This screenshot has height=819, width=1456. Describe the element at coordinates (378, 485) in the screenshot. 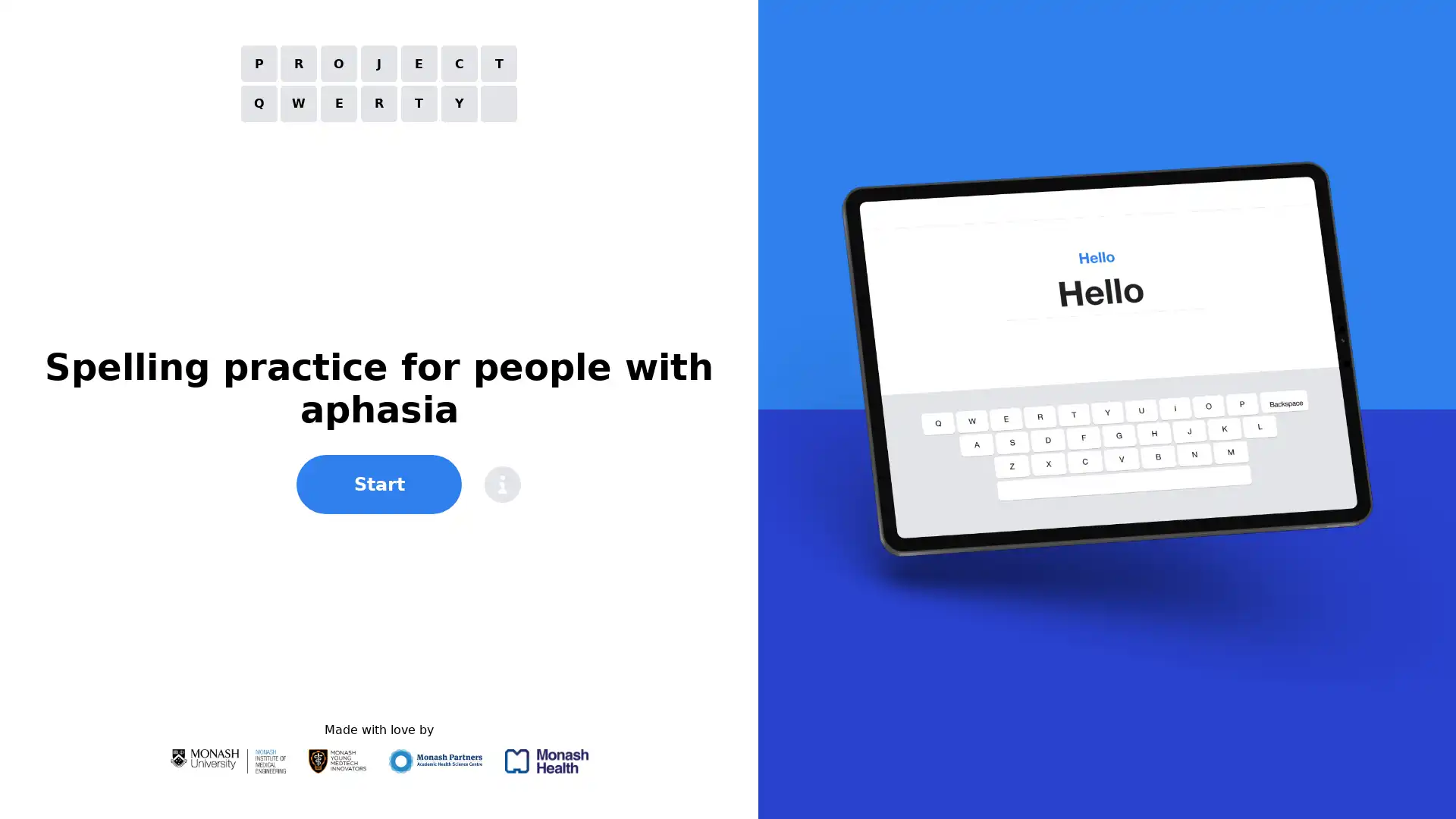

I see `Start` at that location.